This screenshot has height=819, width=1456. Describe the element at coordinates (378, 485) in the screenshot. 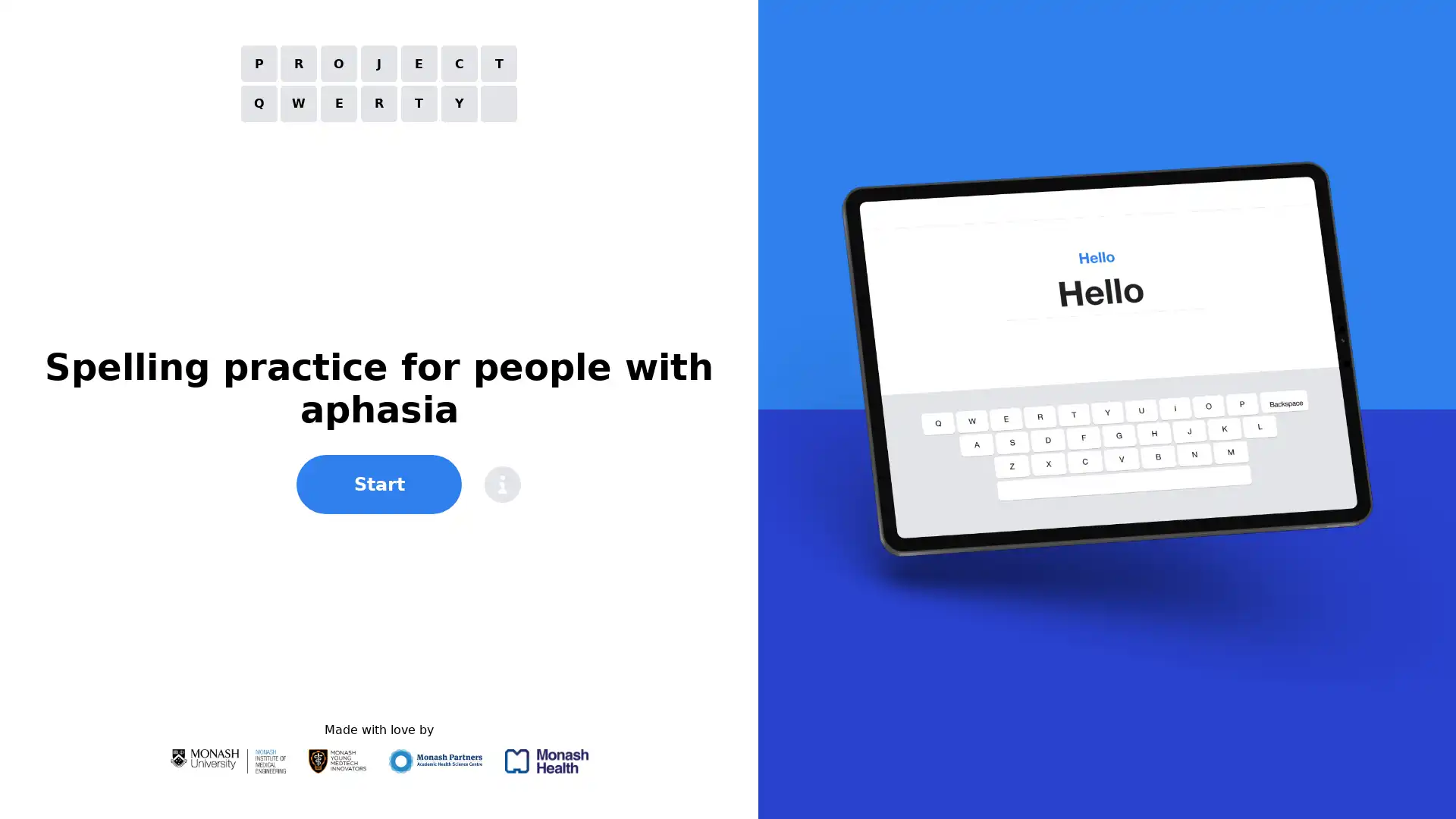

I see `Start` at that location.